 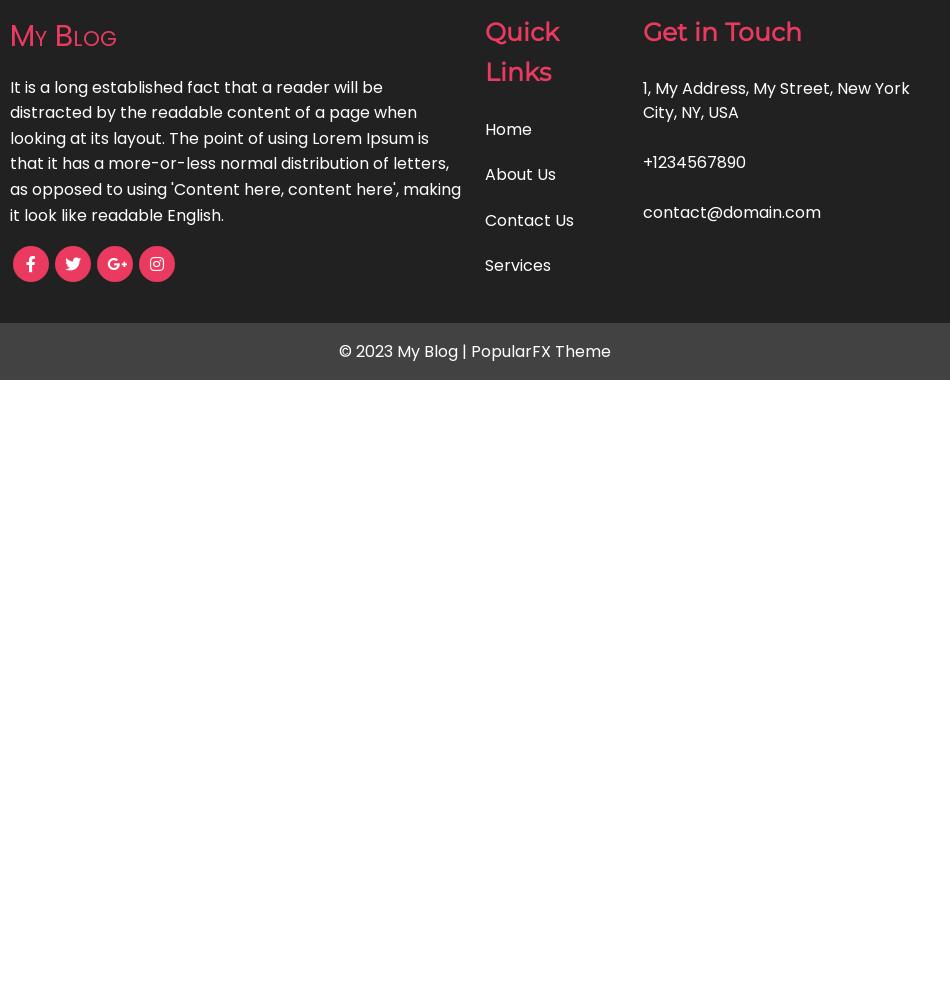 What do you see at coordinates (541, 349) in the screenshot?
I see `'PopularFX Theme'` at bounding box center [541, 349].